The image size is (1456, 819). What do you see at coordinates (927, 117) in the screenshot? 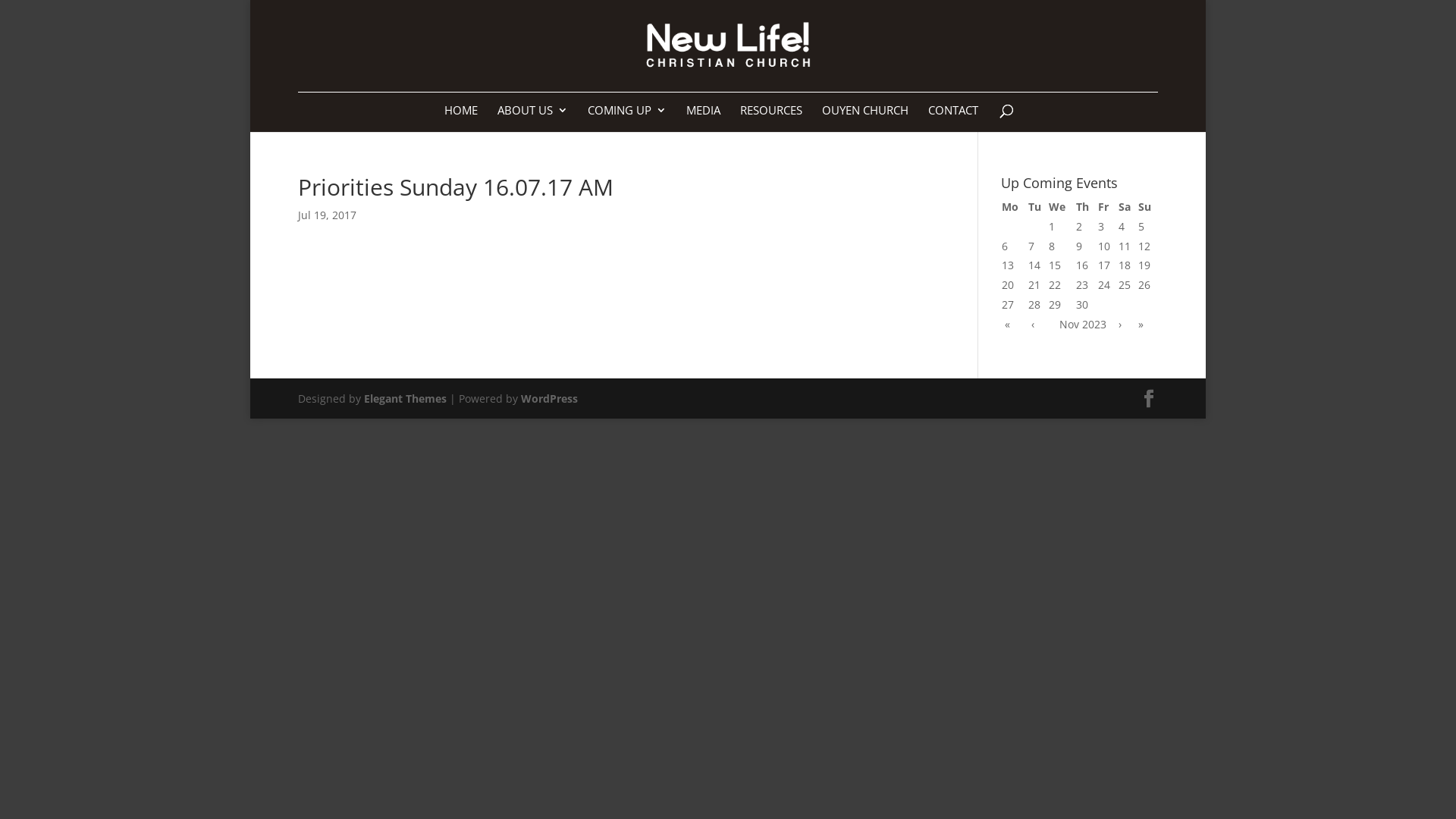
I see `'CONTACT'` at bounding box center [927, 117].